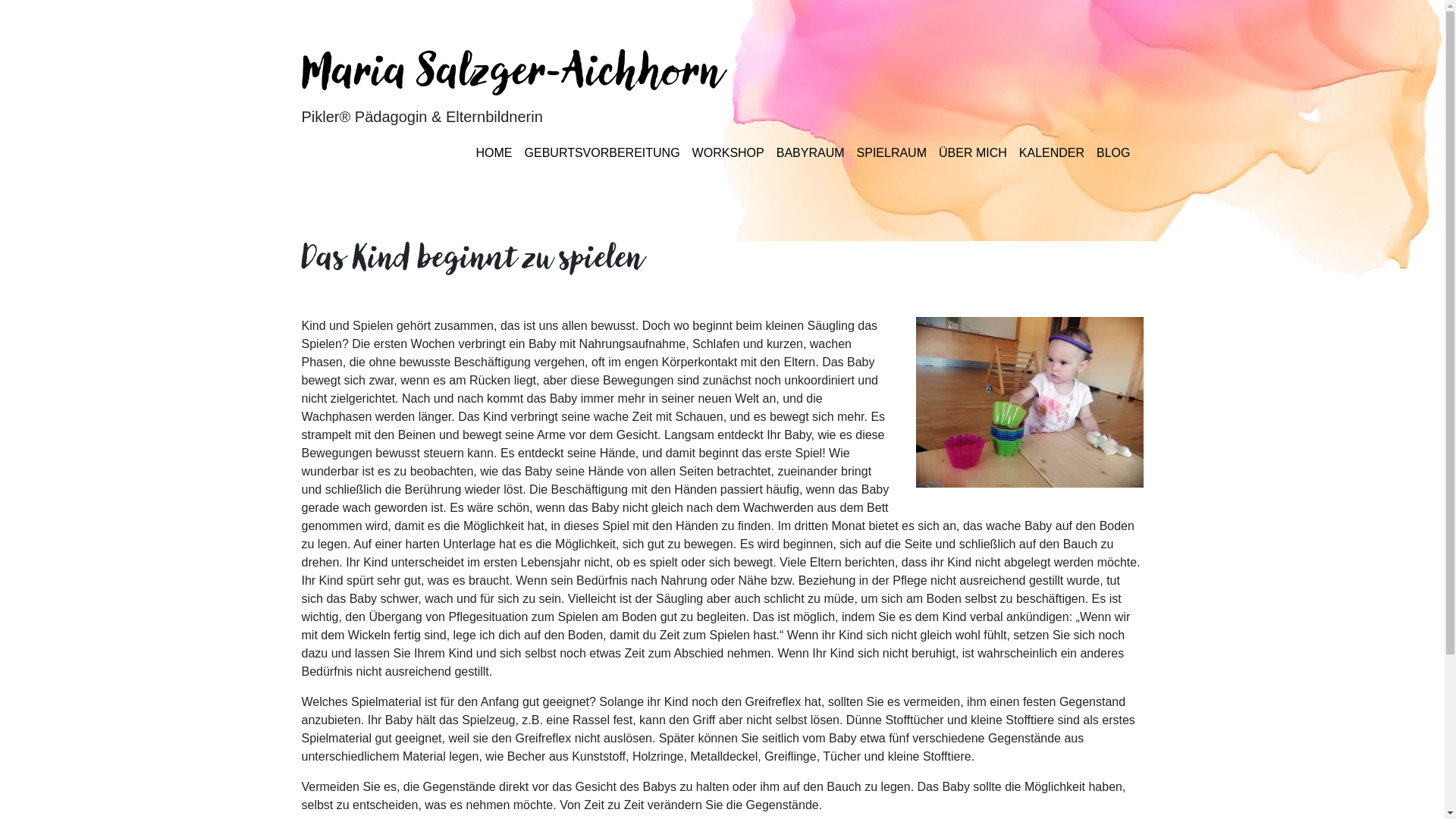  Describe the element at coordinates (513, 74) in the screenshot. I see `'Maria Salzger-Aichhorn'` at that location.